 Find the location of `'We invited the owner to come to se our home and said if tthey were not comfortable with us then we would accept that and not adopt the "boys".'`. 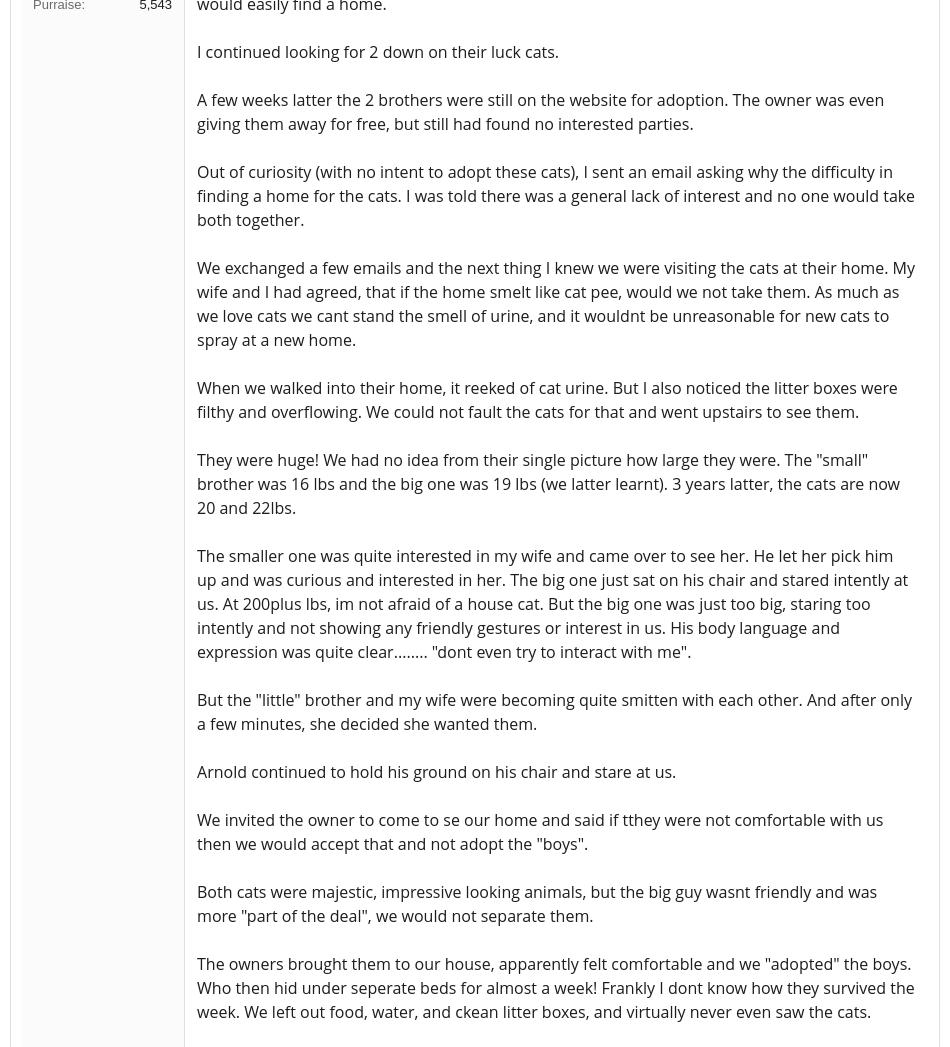

'We invited the owner to come to se our home and said if tthey were not comfortable with us then we would accept that and not adopt the "boys".' is located at coordinates (539, 831).